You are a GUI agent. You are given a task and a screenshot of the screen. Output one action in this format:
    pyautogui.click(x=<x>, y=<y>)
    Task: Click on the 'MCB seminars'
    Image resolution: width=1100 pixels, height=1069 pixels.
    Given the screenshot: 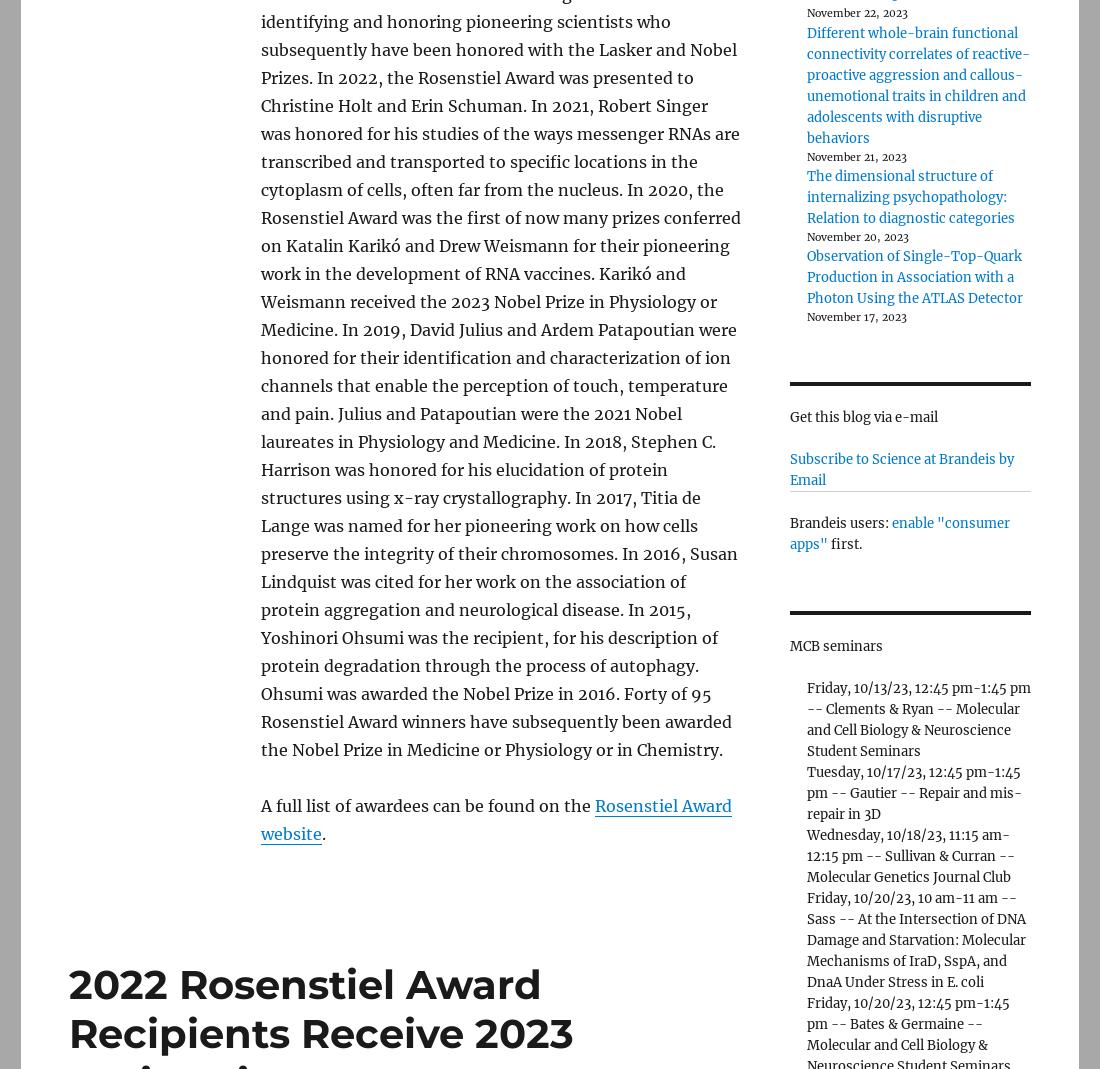 What is the action you would take?
    pyautogui.click(x=835, y=644)
    